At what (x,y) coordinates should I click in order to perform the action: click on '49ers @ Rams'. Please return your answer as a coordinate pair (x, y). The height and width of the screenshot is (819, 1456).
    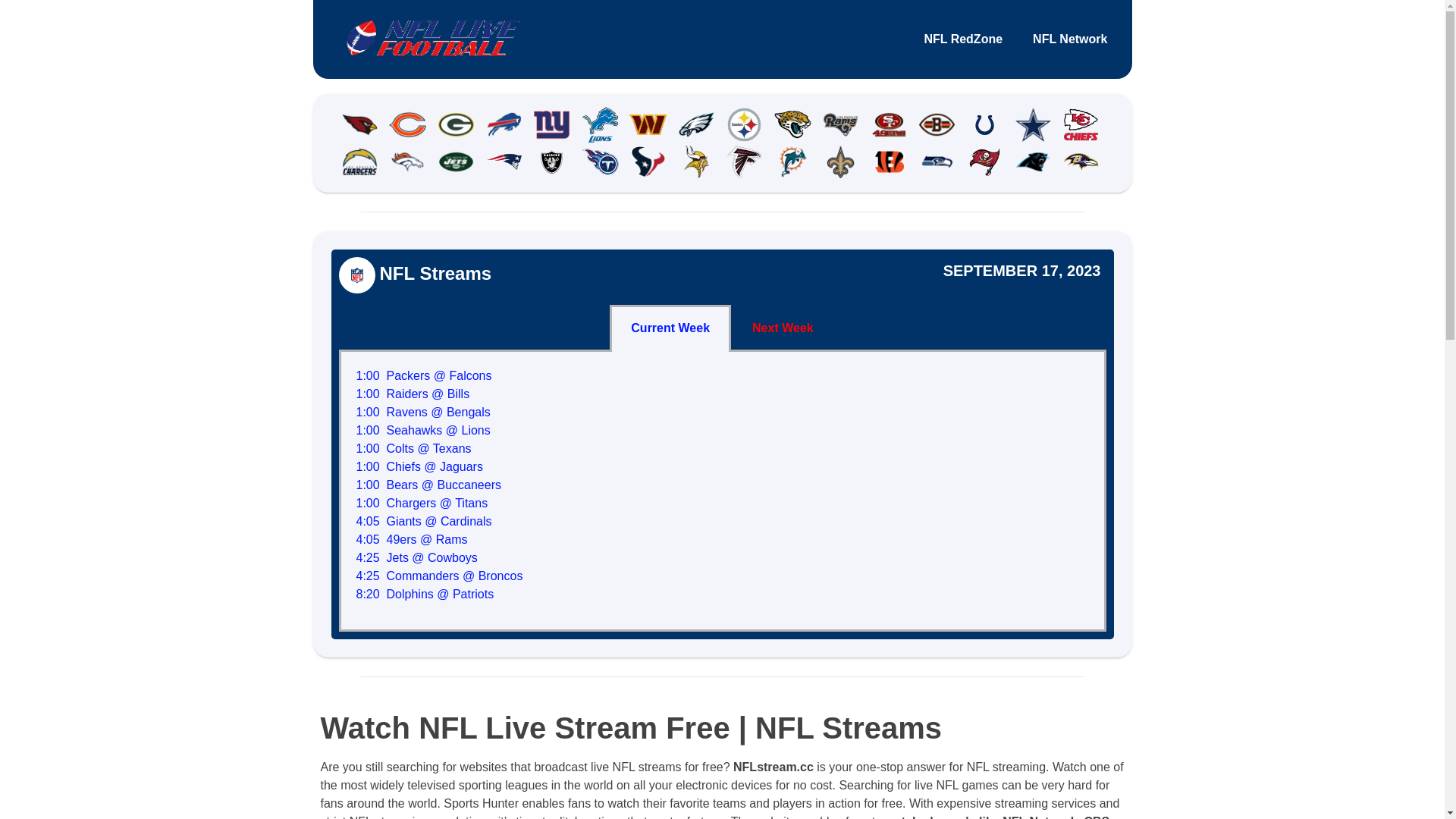
    Looking at the image, I should click on (426, 538).